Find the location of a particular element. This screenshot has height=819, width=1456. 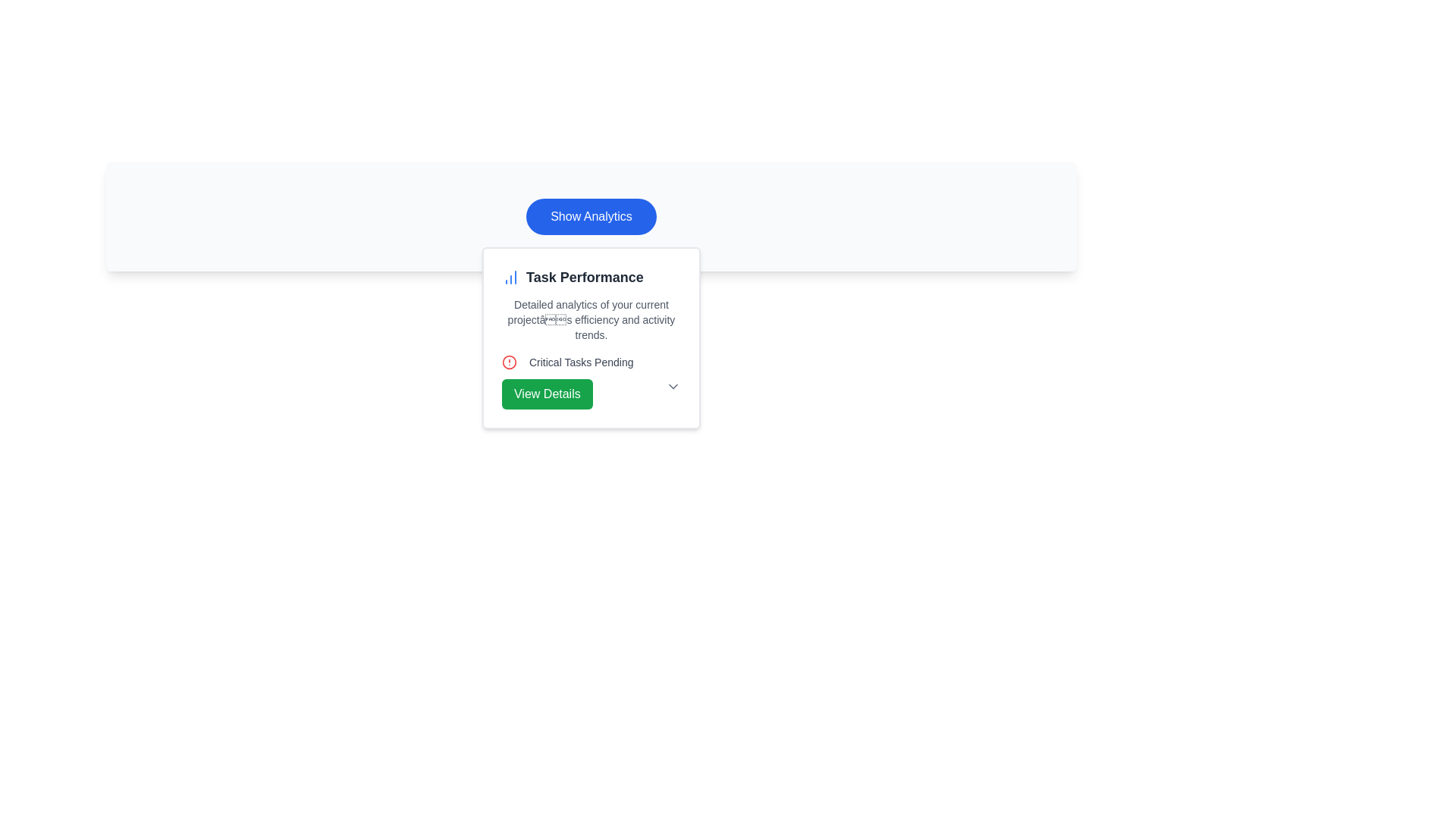

the analytics icon located within the 'Task Performance' card, positioned to the left of the 'Task Performance' text is located at coordinates (510, 278).